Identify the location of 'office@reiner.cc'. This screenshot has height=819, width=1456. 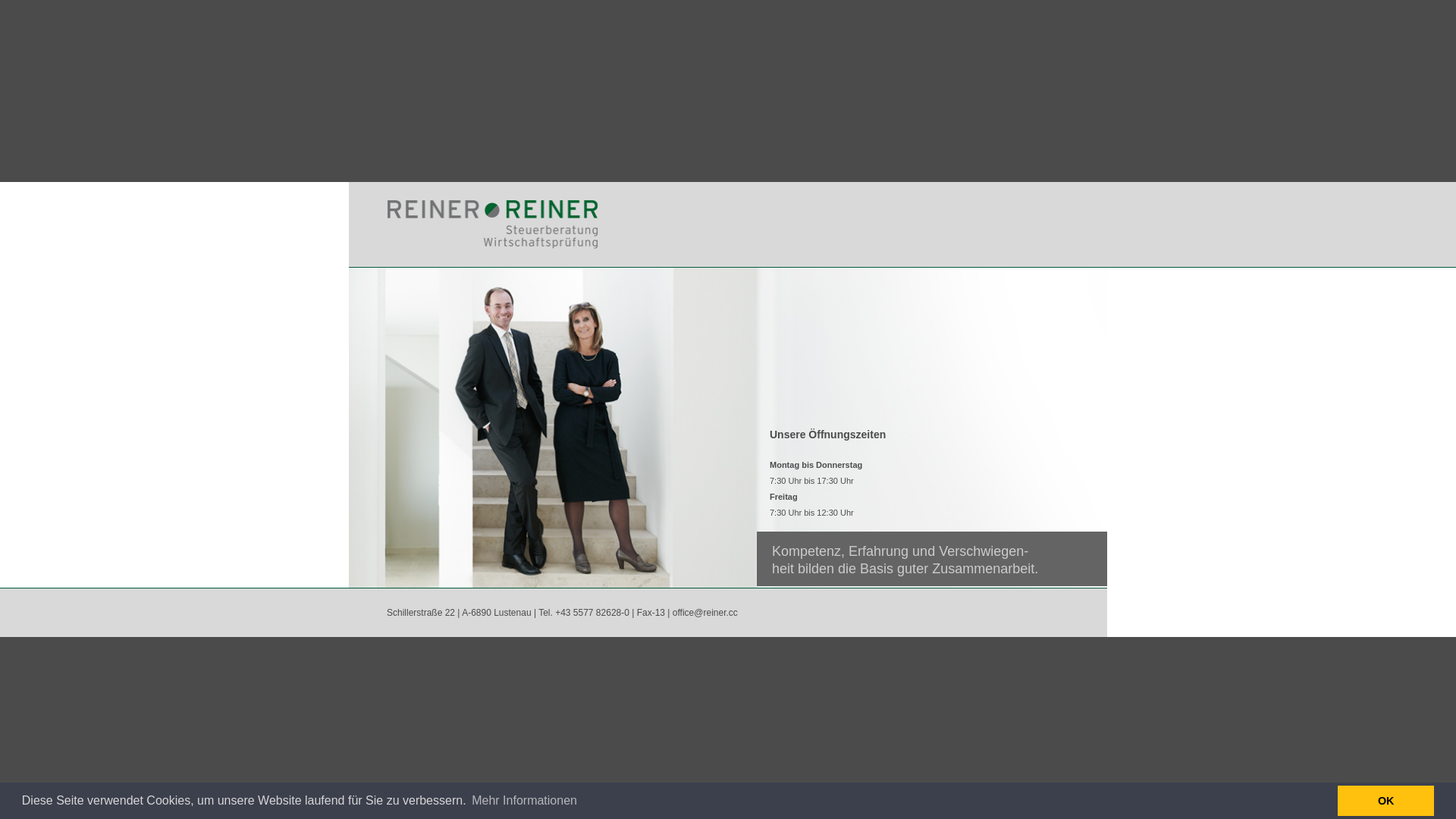
(704, 611).